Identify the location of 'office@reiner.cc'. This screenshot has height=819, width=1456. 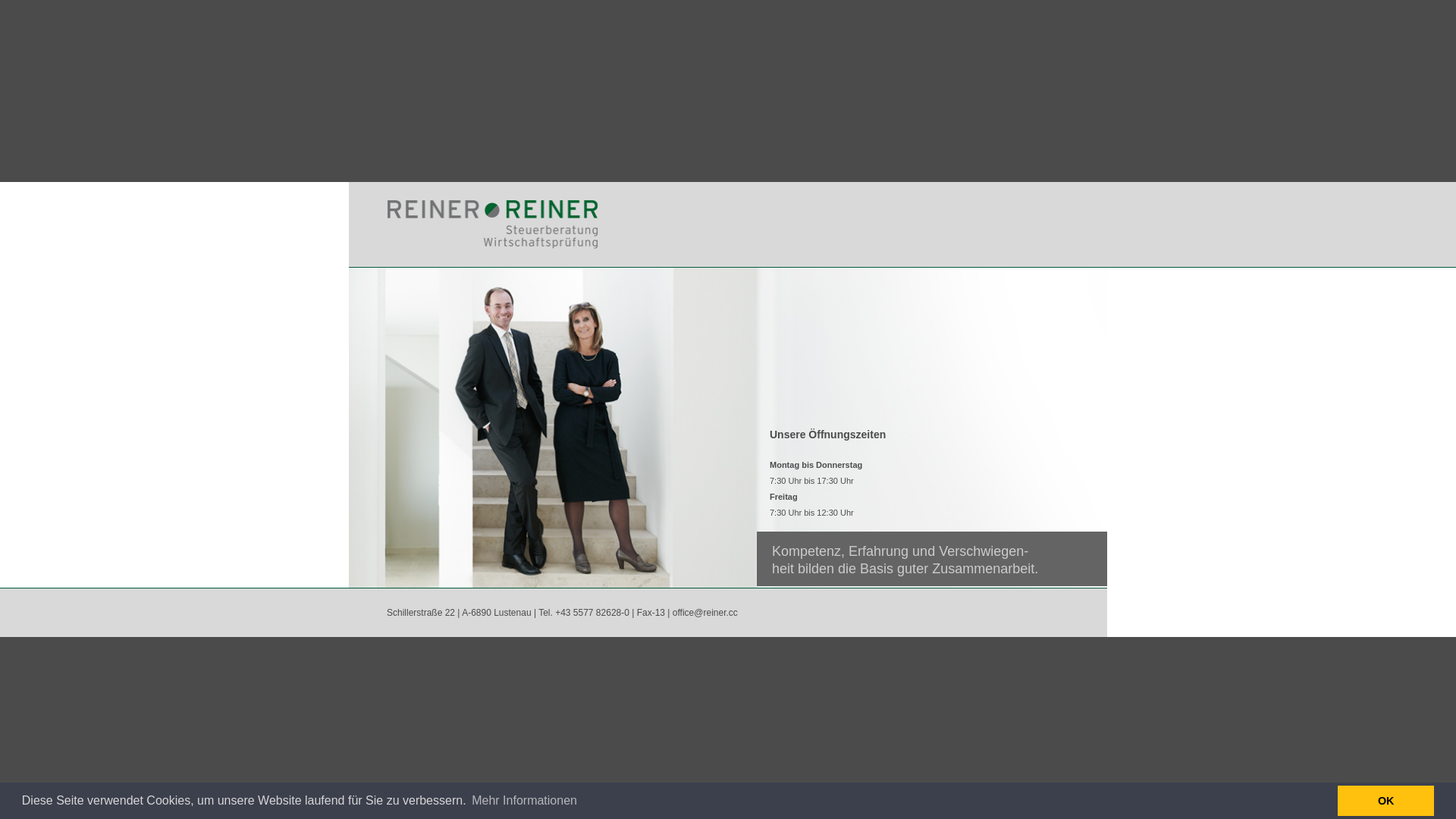
(704, 611).